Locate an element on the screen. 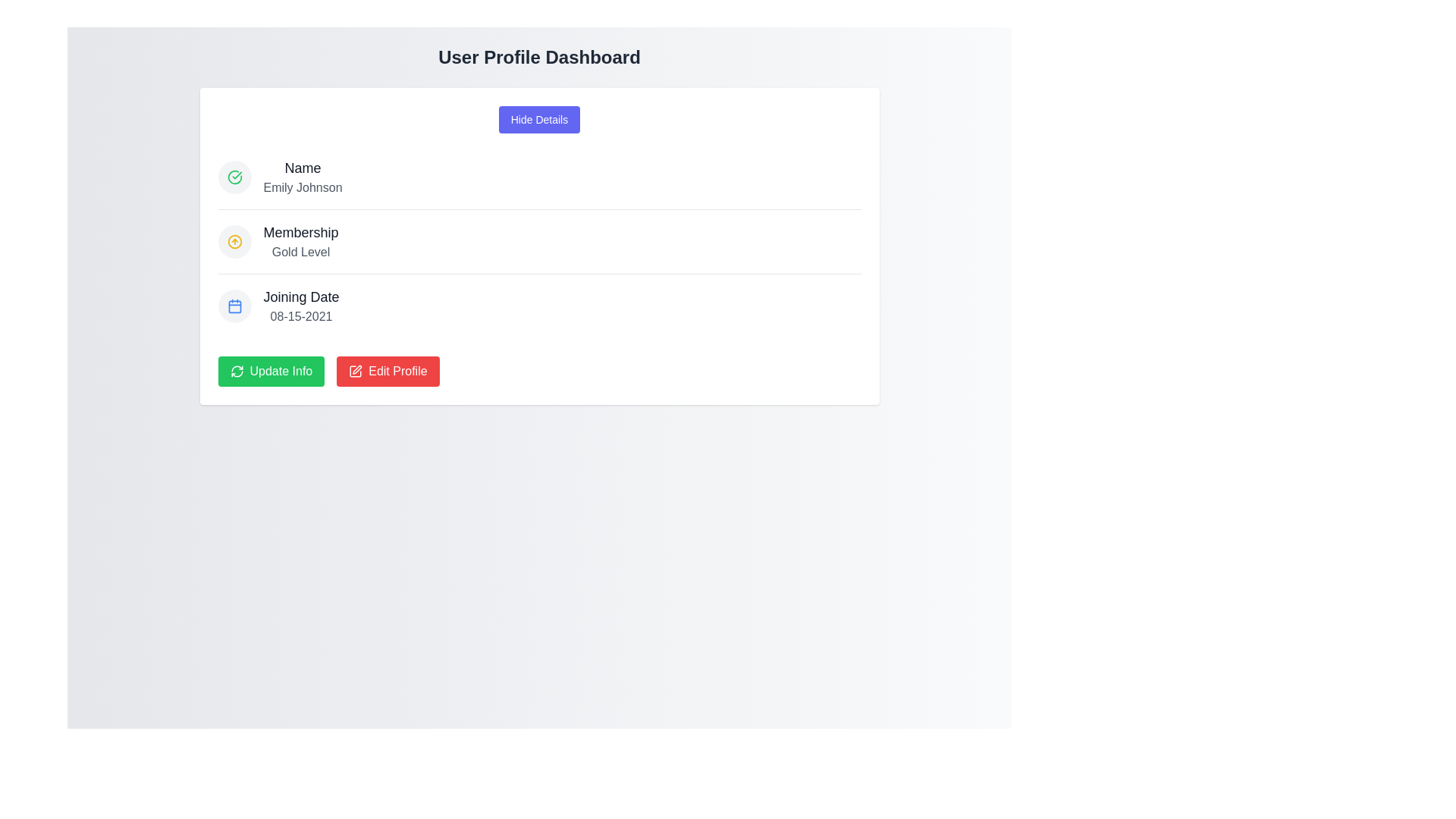 The width and height of the screenshot is (1456, 819). the decorative icon inside the green 'Update Info' button located at the bottom-left corner of the information card is located at coordinates (236, 371).